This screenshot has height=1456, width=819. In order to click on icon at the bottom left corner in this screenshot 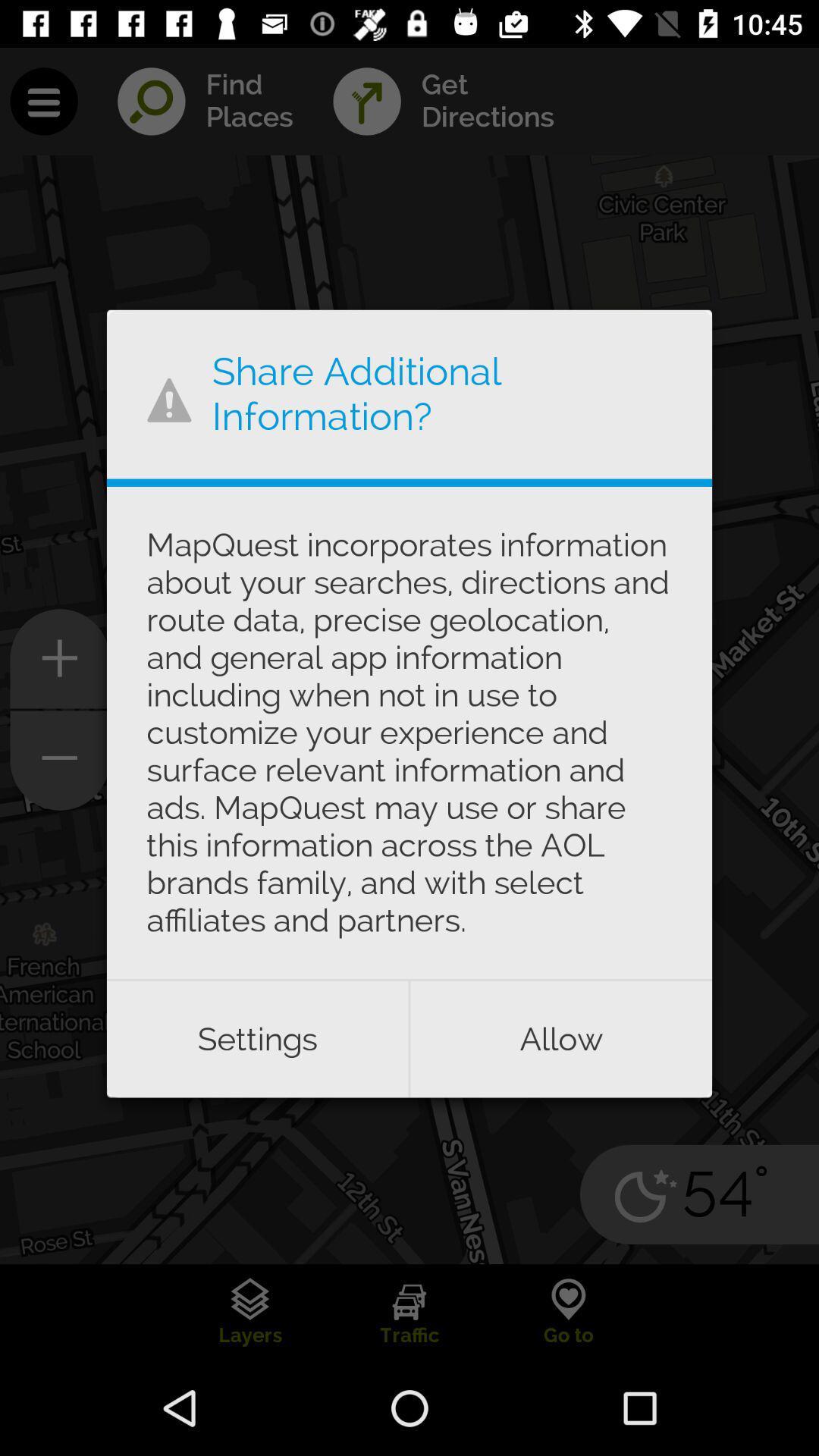, I will do `click(256, 1038)`.